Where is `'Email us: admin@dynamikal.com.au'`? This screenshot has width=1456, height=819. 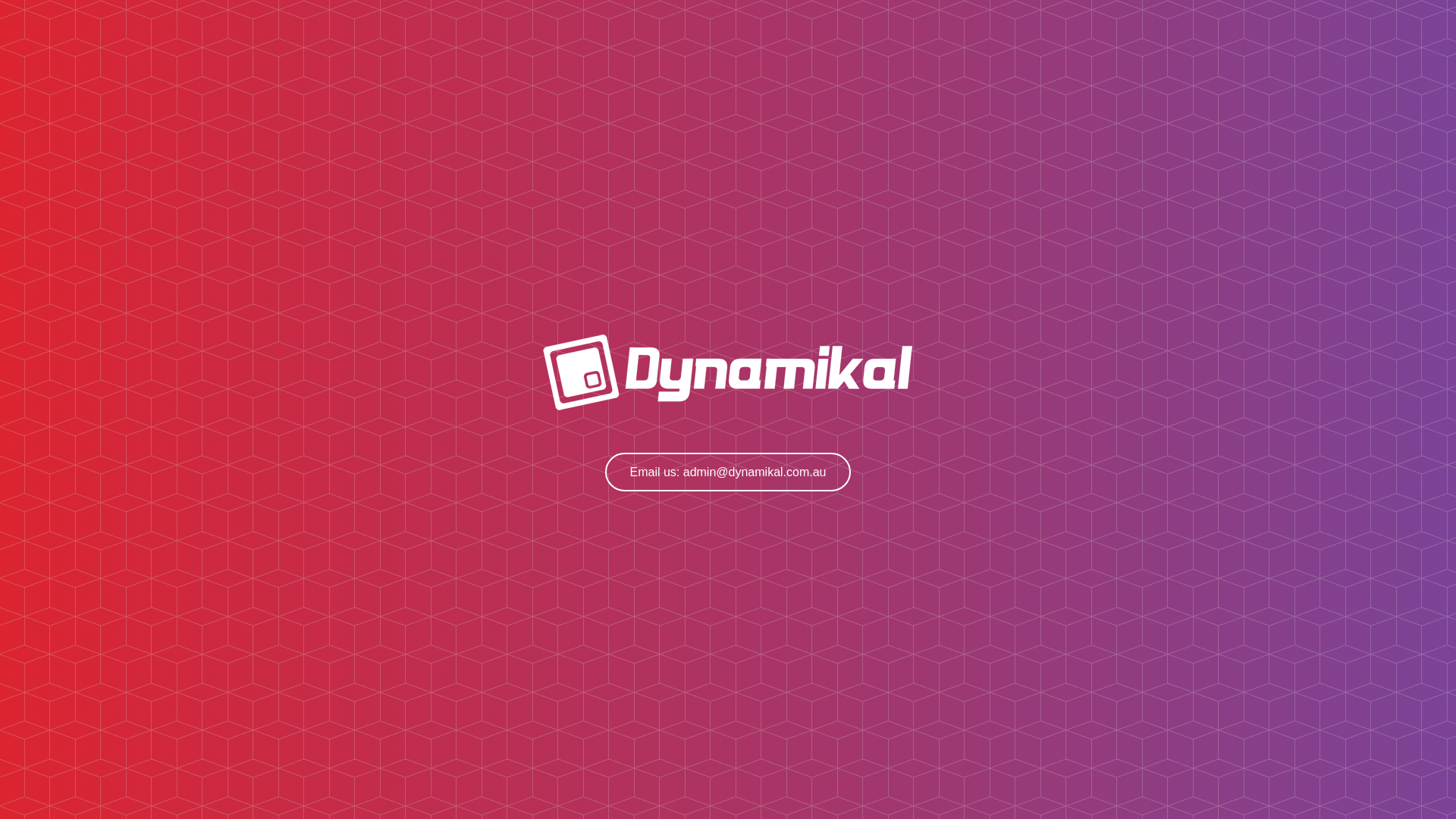
'Email us: admin@dynamikal.com.au' is located at coordinates (726, 471).